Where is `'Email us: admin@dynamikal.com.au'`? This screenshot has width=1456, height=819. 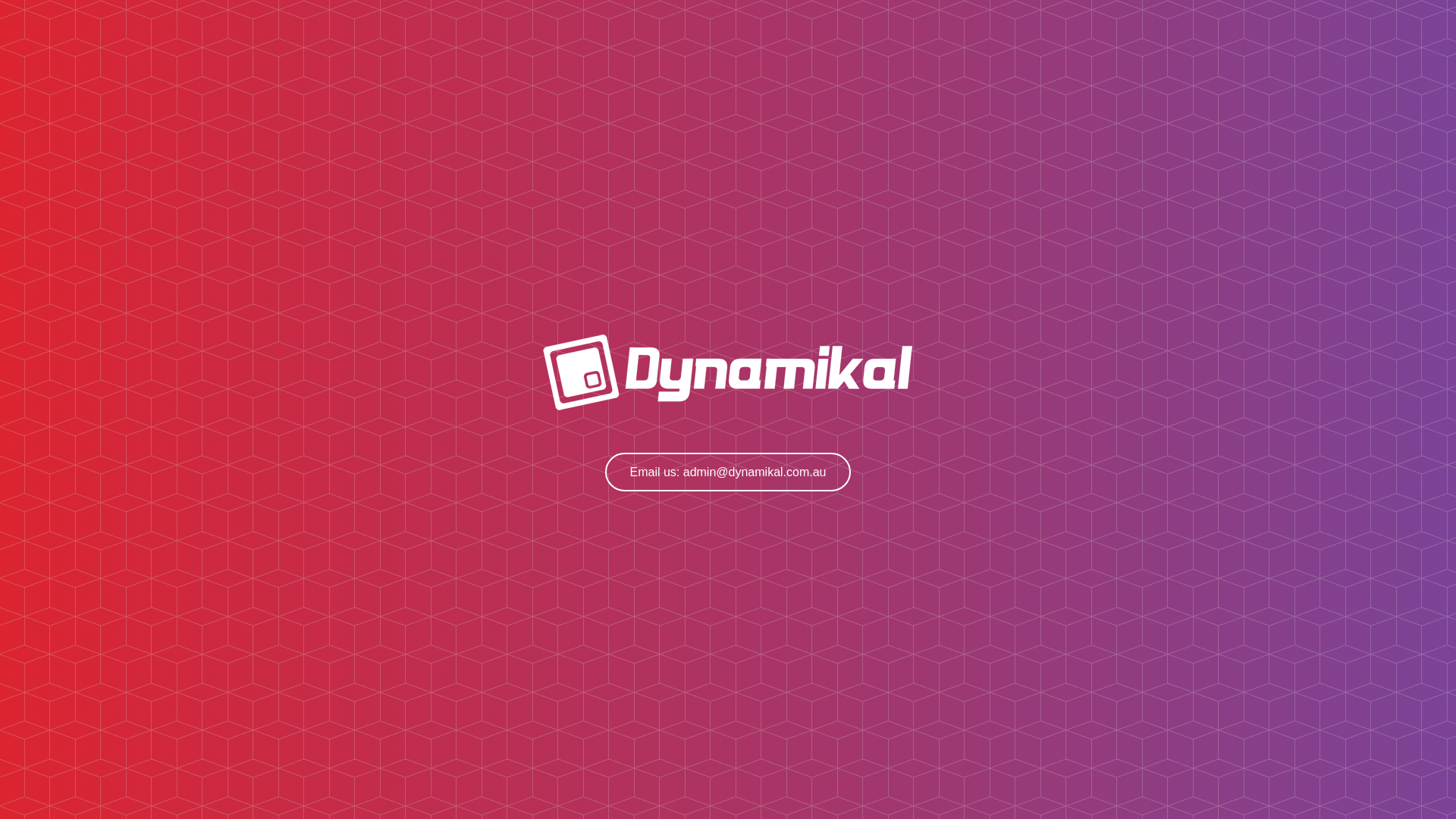
'Email us: admin@dynamikal.com.au' is located at coordinates (726, 471).